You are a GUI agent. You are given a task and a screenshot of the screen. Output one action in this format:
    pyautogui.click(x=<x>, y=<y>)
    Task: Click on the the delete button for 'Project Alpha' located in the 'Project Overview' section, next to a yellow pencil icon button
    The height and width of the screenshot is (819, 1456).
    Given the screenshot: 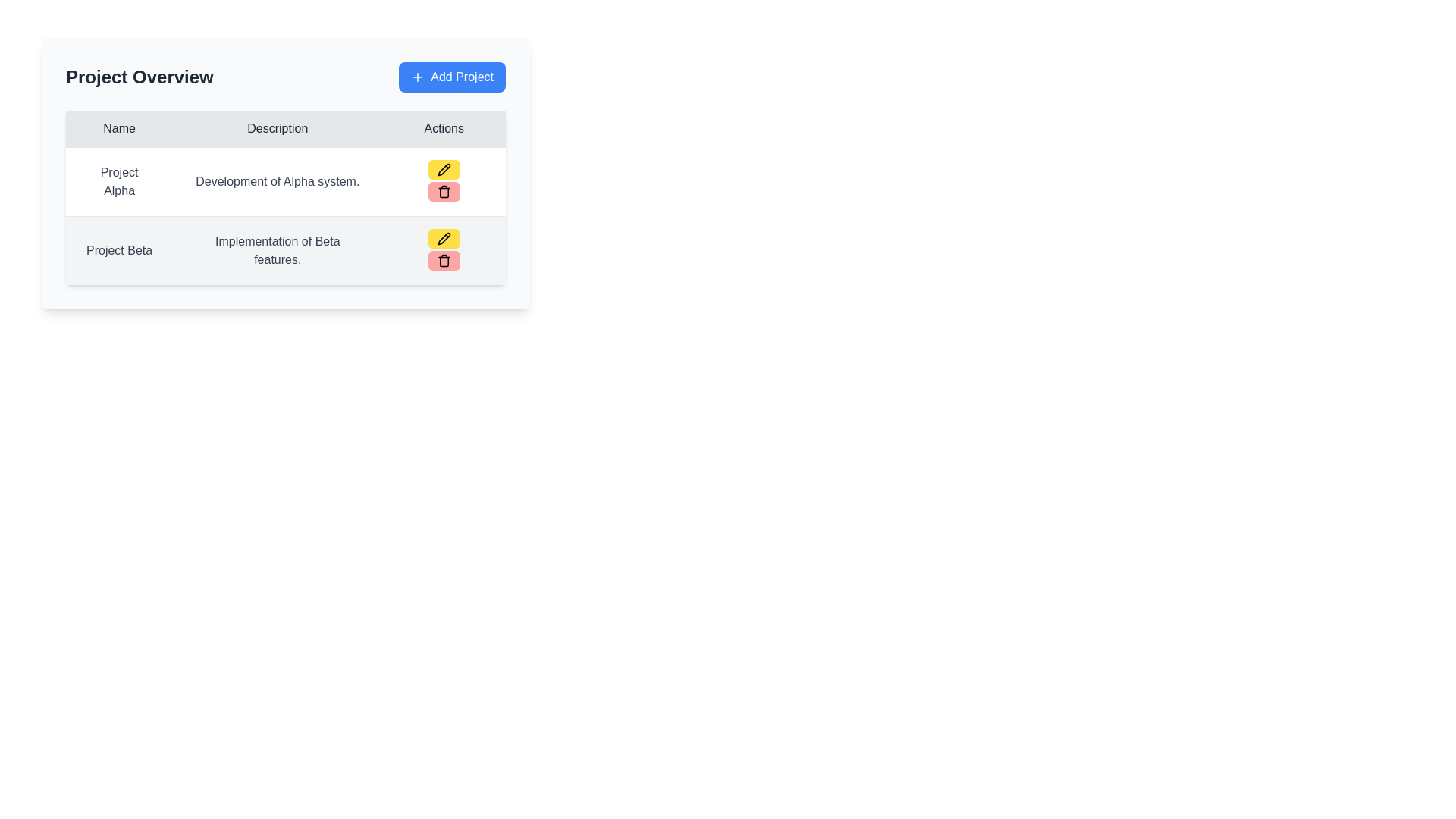 What is the action you would take?
    pyautogui.click(x=443, y=191)
    